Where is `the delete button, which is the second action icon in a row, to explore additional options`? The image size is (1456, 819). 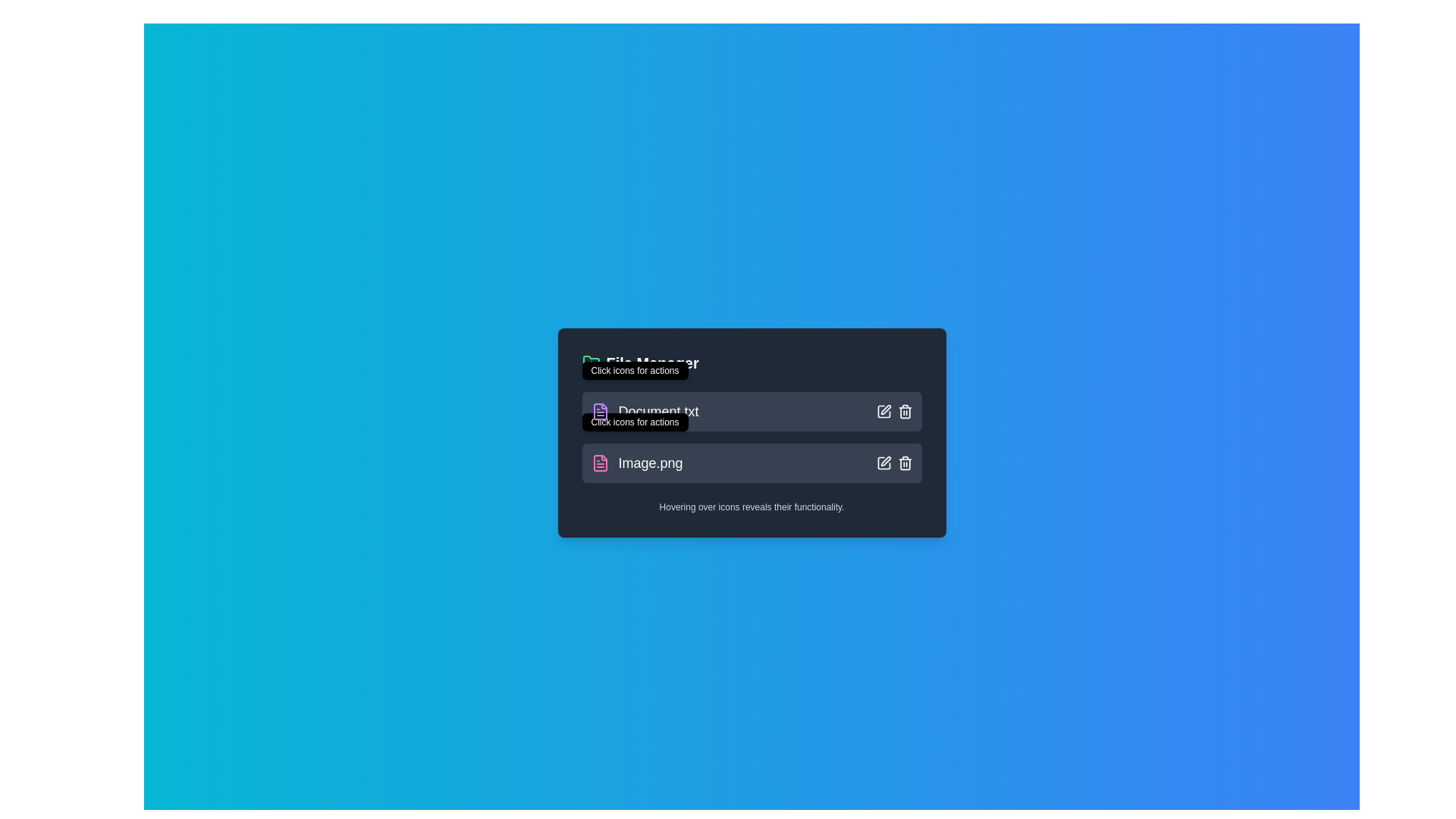
the delete button, which is the second action icon in a row, to explore additional options is located at coordinates (905, 412).